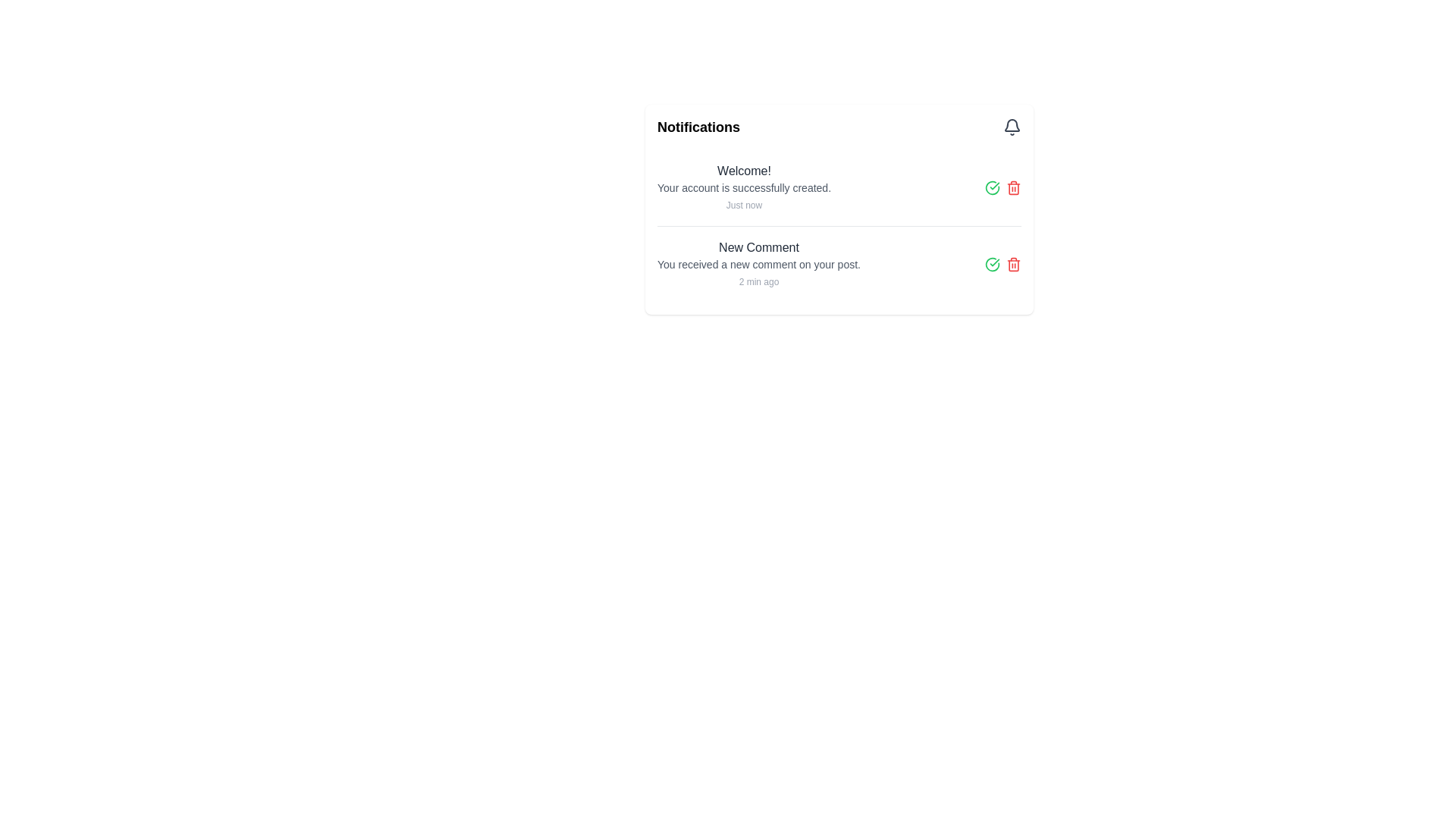  Describe the element at coordinates (744, 187) in the screenshot. I see `informational message text indicating the successful account creation, which is positioned below the 'Welcome!' heading and above the 'Just now' timestamp` at that location.